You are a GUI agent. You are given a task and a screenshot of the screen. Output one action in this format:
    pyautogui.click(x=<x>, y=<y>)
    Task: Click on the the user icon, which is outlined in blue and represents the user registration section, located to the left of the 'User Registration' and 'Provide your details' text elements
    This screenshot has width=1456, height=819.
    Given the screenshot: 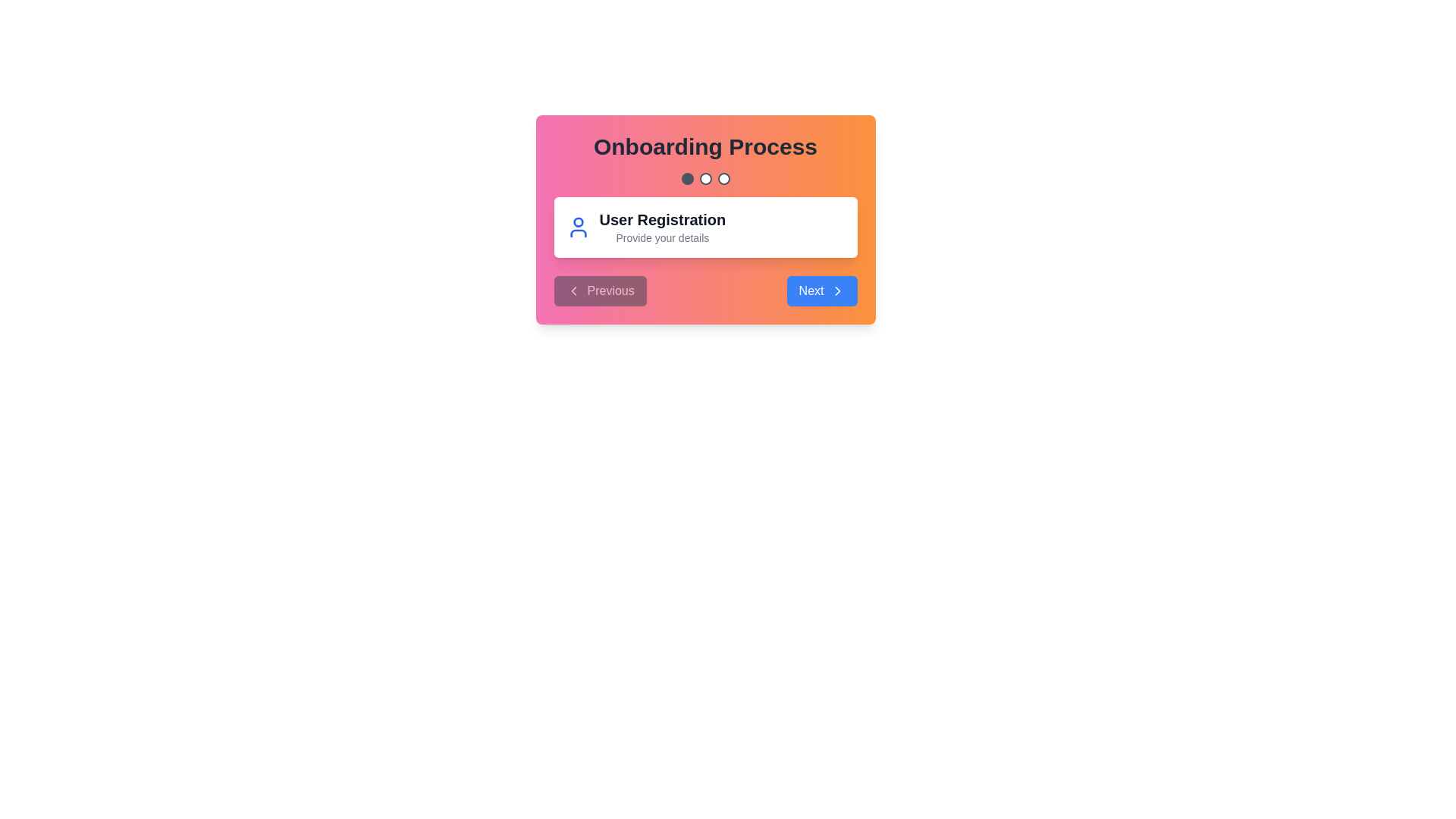 What is the action you would take?
    pyautogui.click(x=577, y=227)
    